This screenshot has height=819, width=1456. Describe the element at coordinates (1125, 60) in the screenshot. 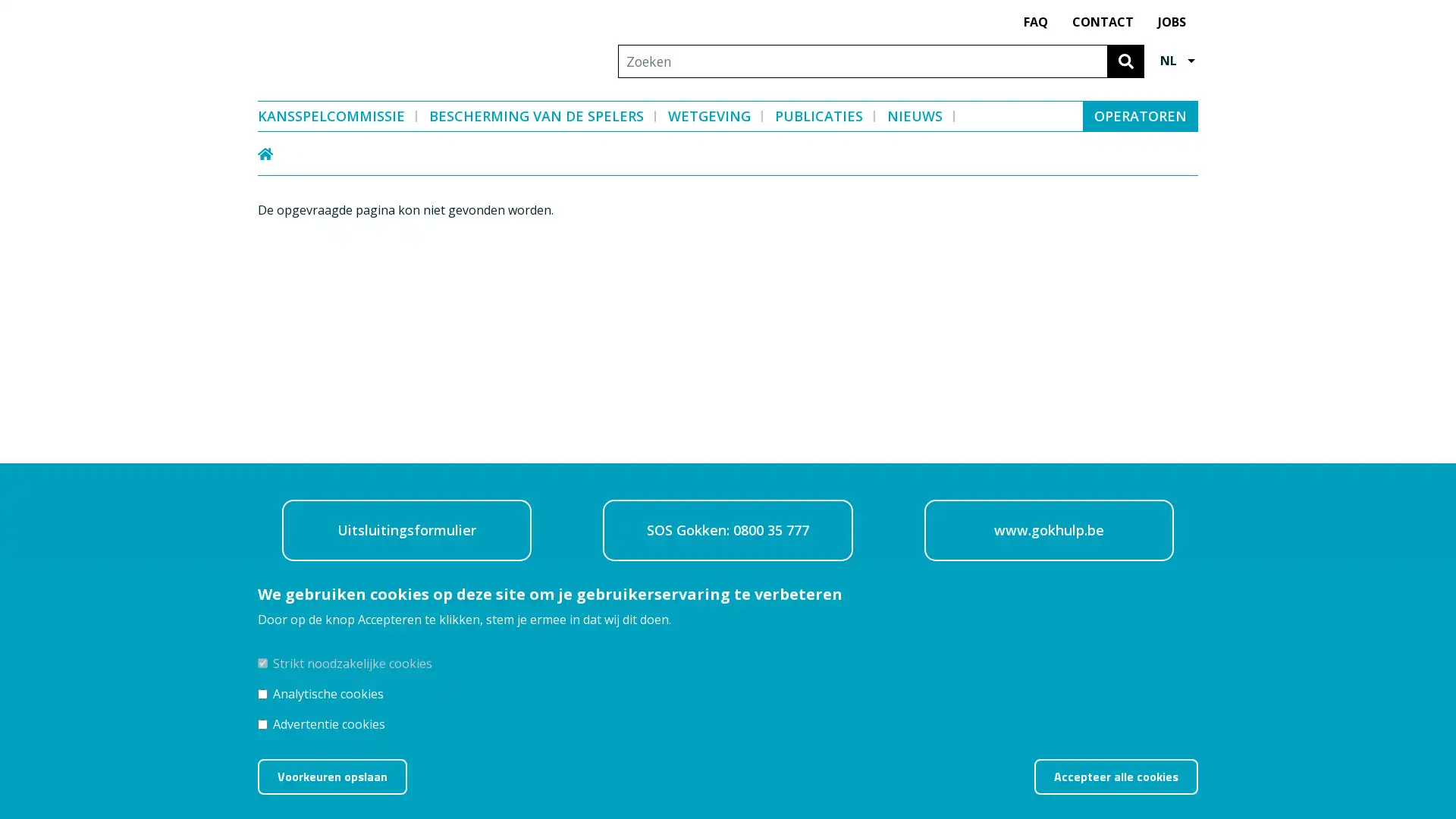

I see `Zoeken` at that location.